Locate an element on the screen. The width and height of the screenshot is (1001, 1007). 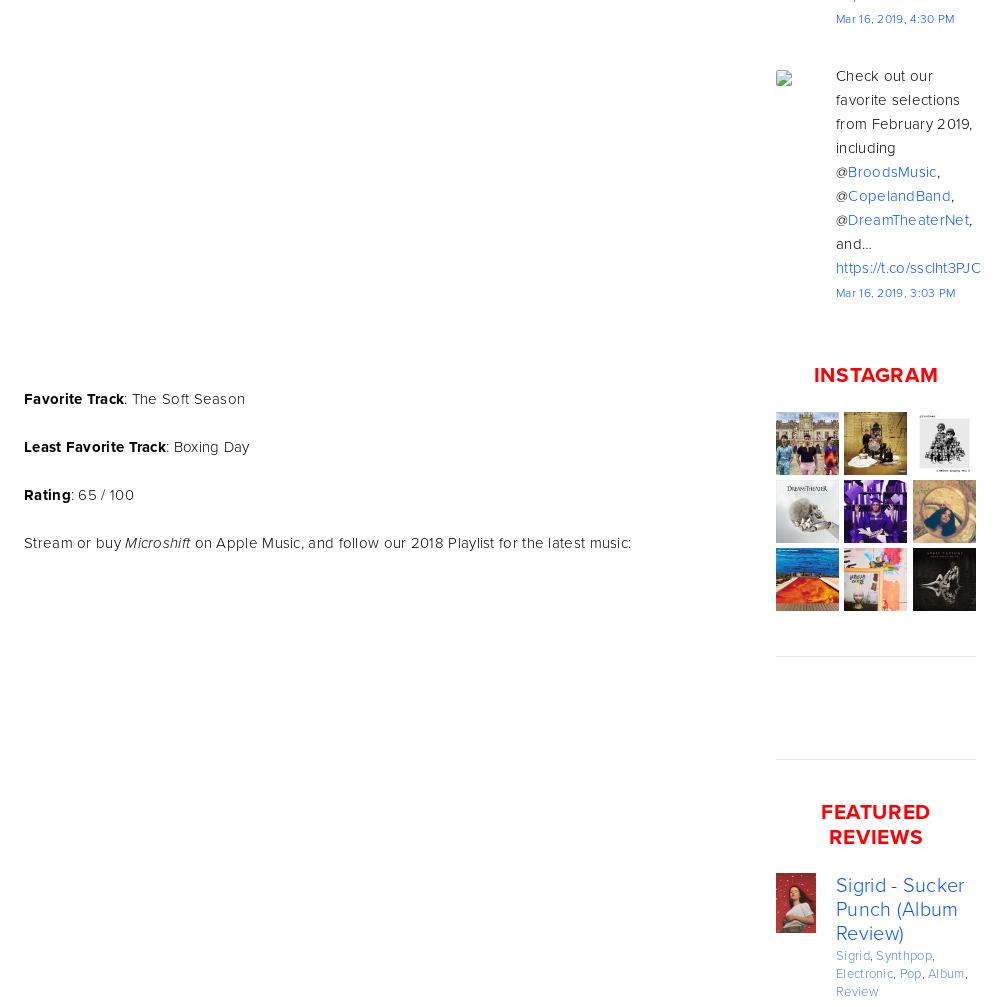
'Electronic' is located at coordinates (835, 972).